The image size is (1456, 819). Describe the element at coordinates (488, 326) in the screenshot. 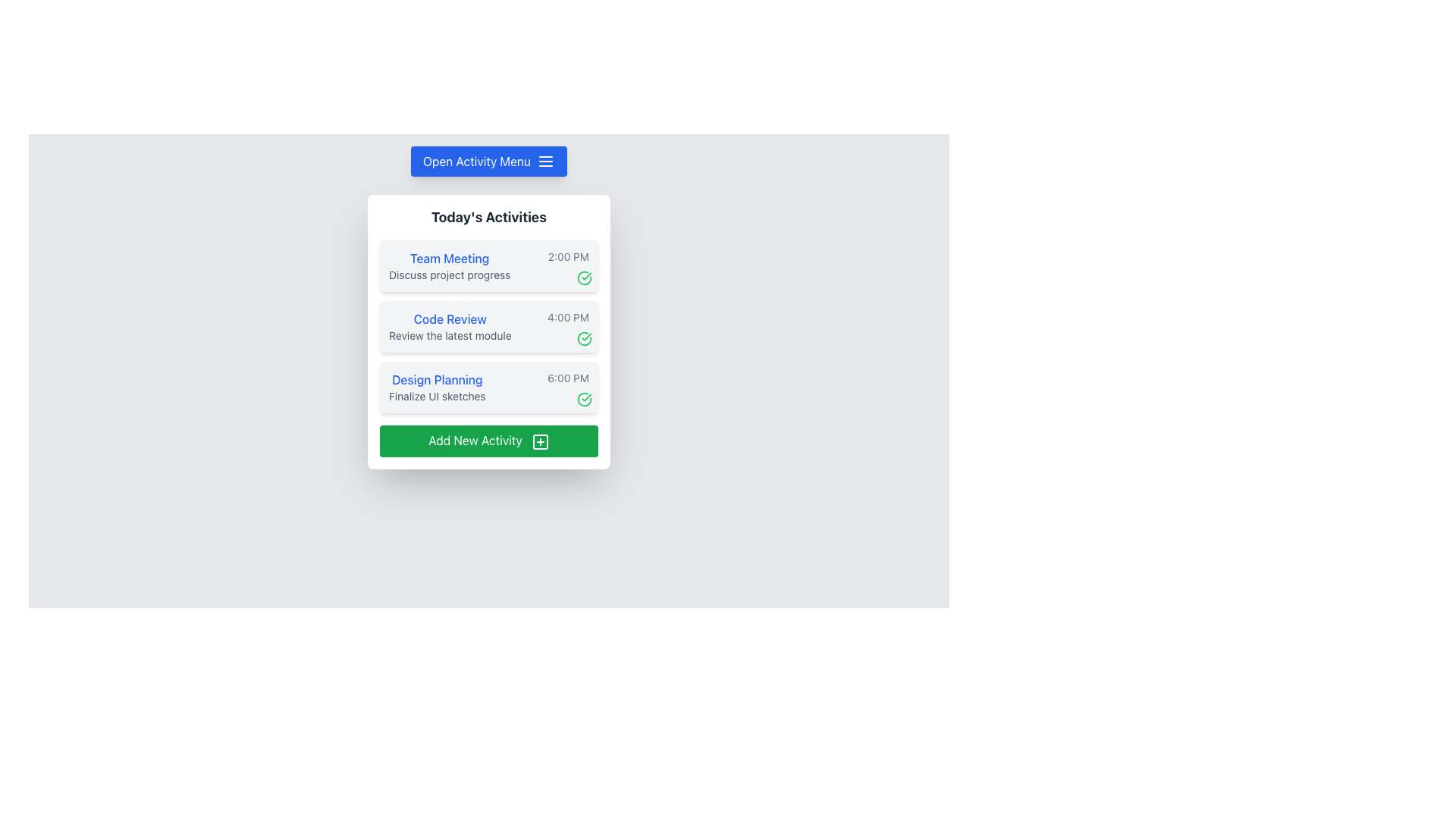

I see `the List Item titled 'Code Review' scheduled for '4:00 PM'` at that location.